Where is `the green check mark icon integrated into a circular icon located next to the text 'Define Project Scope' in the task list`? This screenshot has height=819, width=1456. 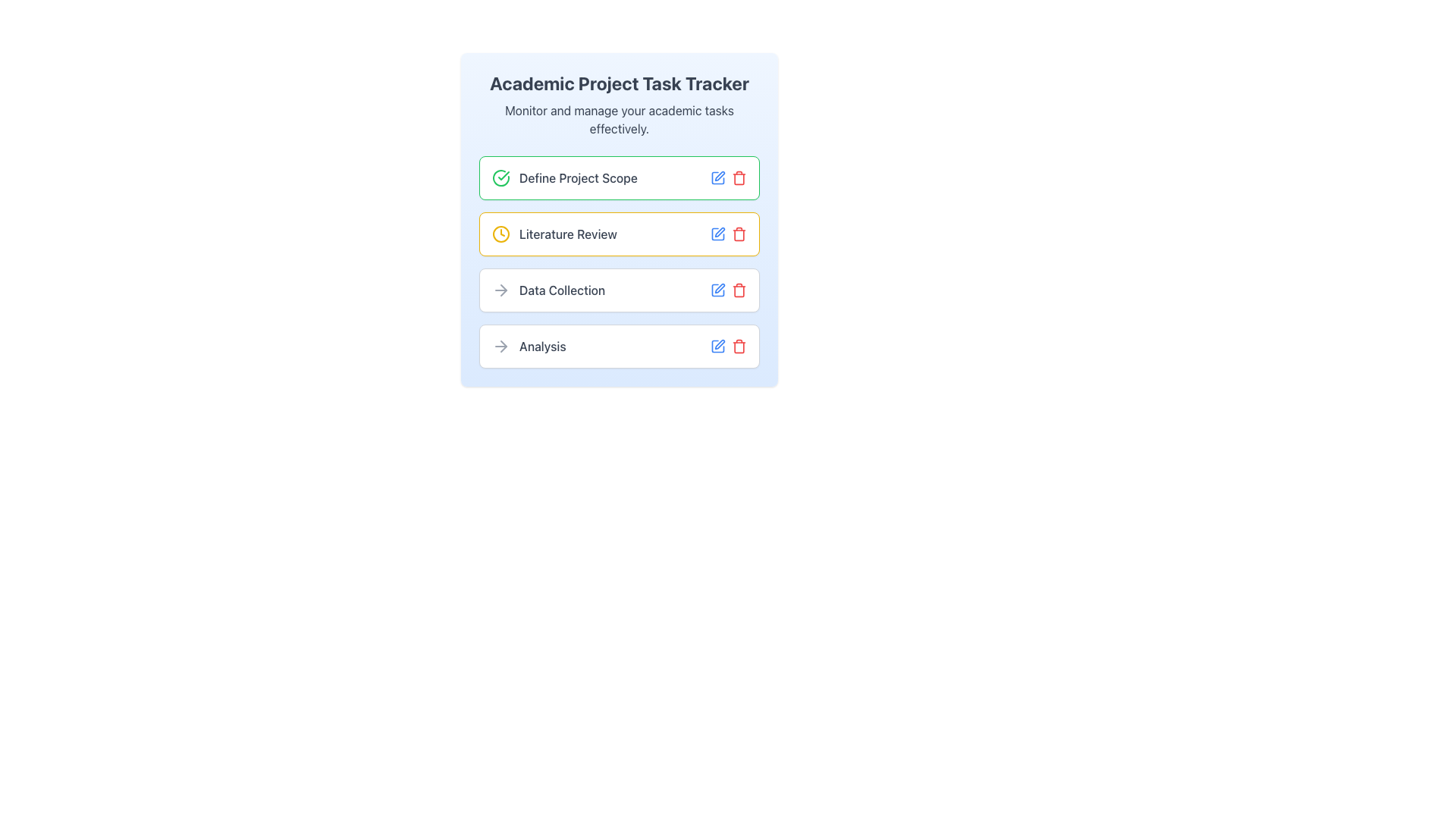
the green check mark icon integrated into a circular icon located next to the text 'Define Project Scope' in the task list is located at coordinates (504, 174).